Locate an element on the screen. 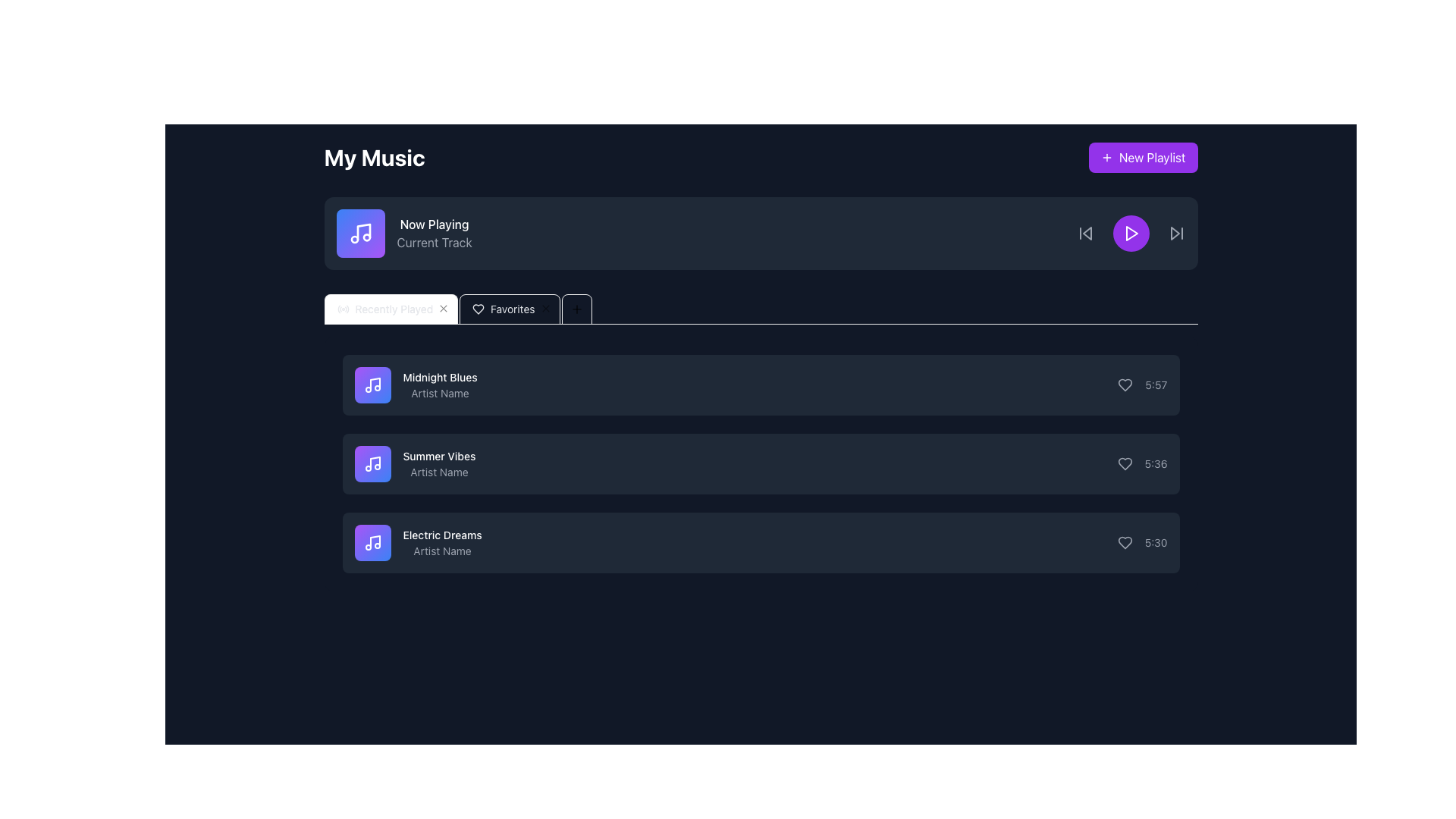 The image size is (1456, 819). the close icon represented by a simplistic 'x' design located at the end of the 'Favorites' tab is located at coordinates (443, 308).